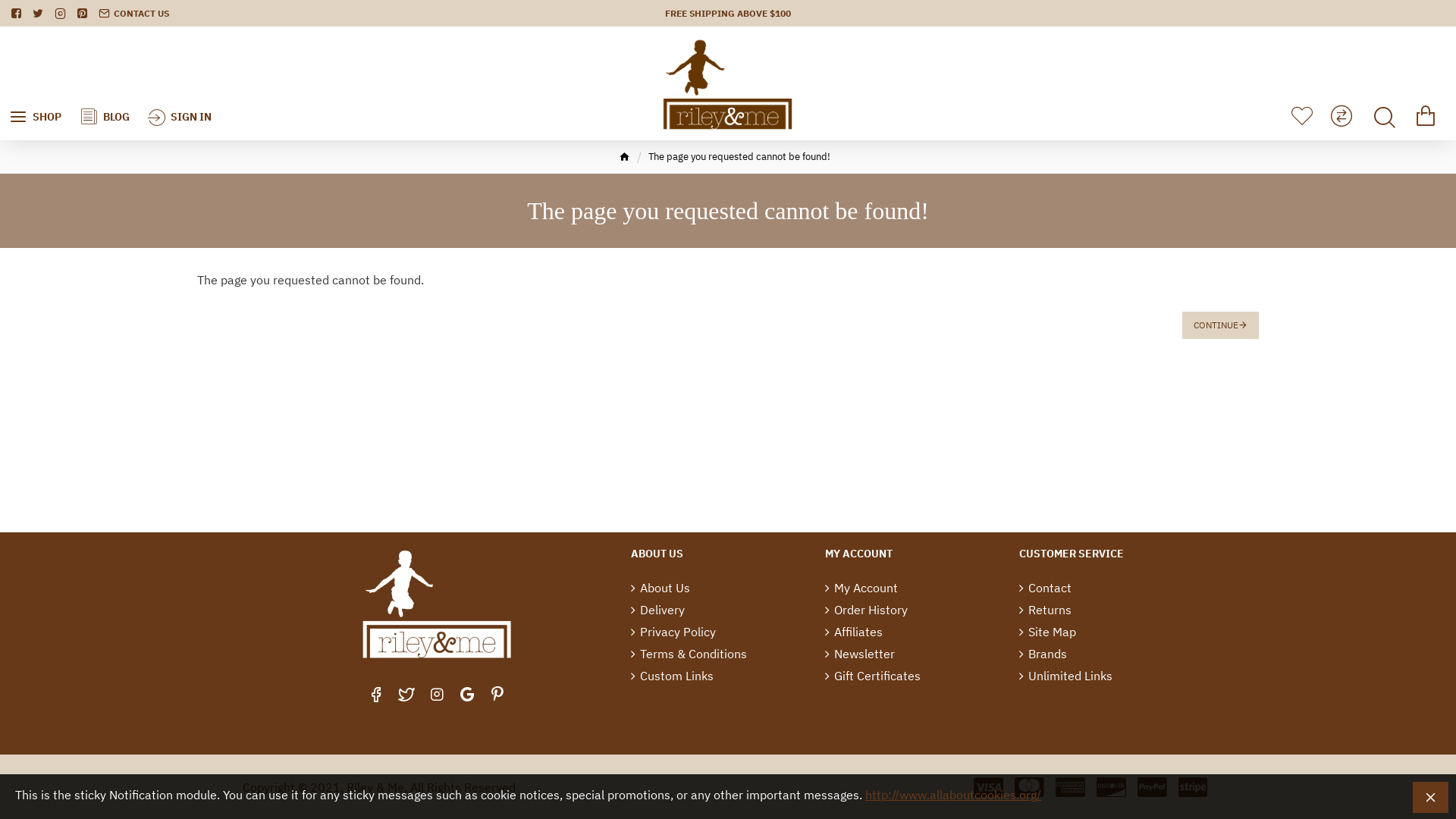  Describe the element at coordinates (728, 13) in the screenshot. I see `'FREE SHIPPING ABOVE $100'` at that location.